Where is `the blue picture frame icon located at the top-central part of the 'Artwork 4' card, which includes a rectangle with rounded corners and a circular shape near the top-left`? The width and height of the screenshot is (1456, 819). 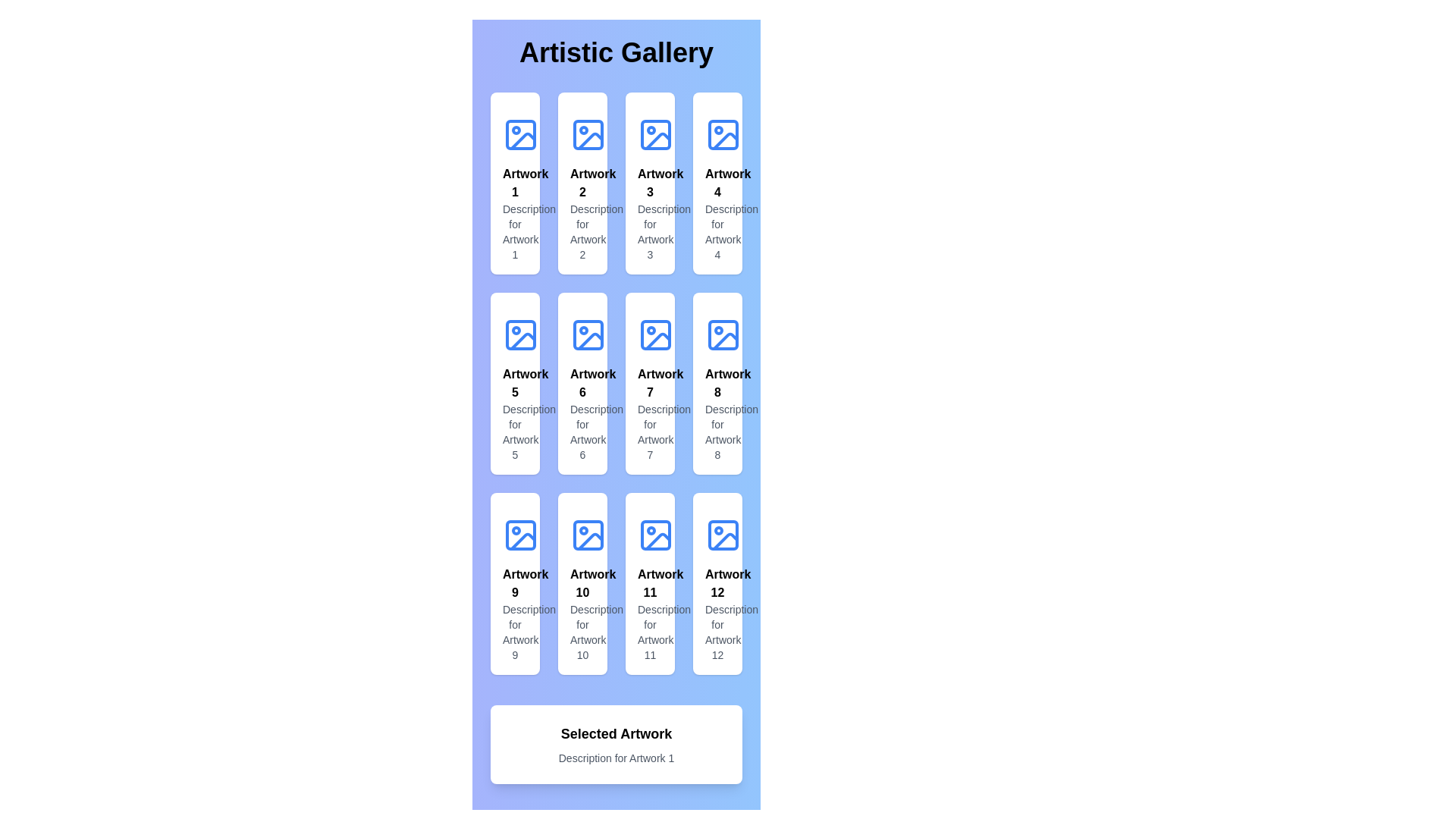 the blue picture frame icon located at the top-central part of the 'Artwork 4' card, which includes a rectangle with rounded corners and a circular shape near the top-left is located at coordinates (723, 133).